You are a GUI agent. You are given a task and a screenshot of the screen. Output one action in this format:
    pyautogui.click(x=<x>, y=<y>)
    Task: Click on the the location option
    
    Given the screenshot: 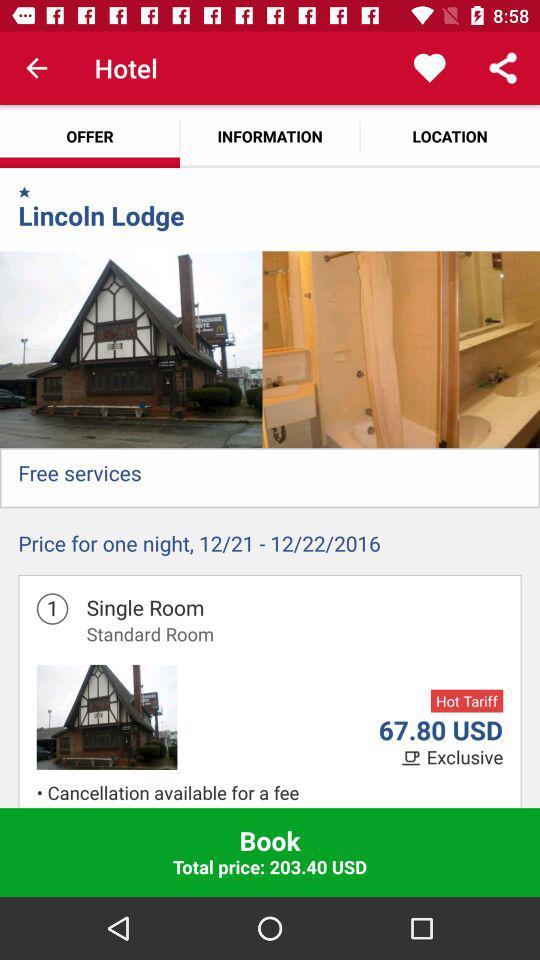 What is the action you would take?
    pyautogui.click(x=449, y=135)
    